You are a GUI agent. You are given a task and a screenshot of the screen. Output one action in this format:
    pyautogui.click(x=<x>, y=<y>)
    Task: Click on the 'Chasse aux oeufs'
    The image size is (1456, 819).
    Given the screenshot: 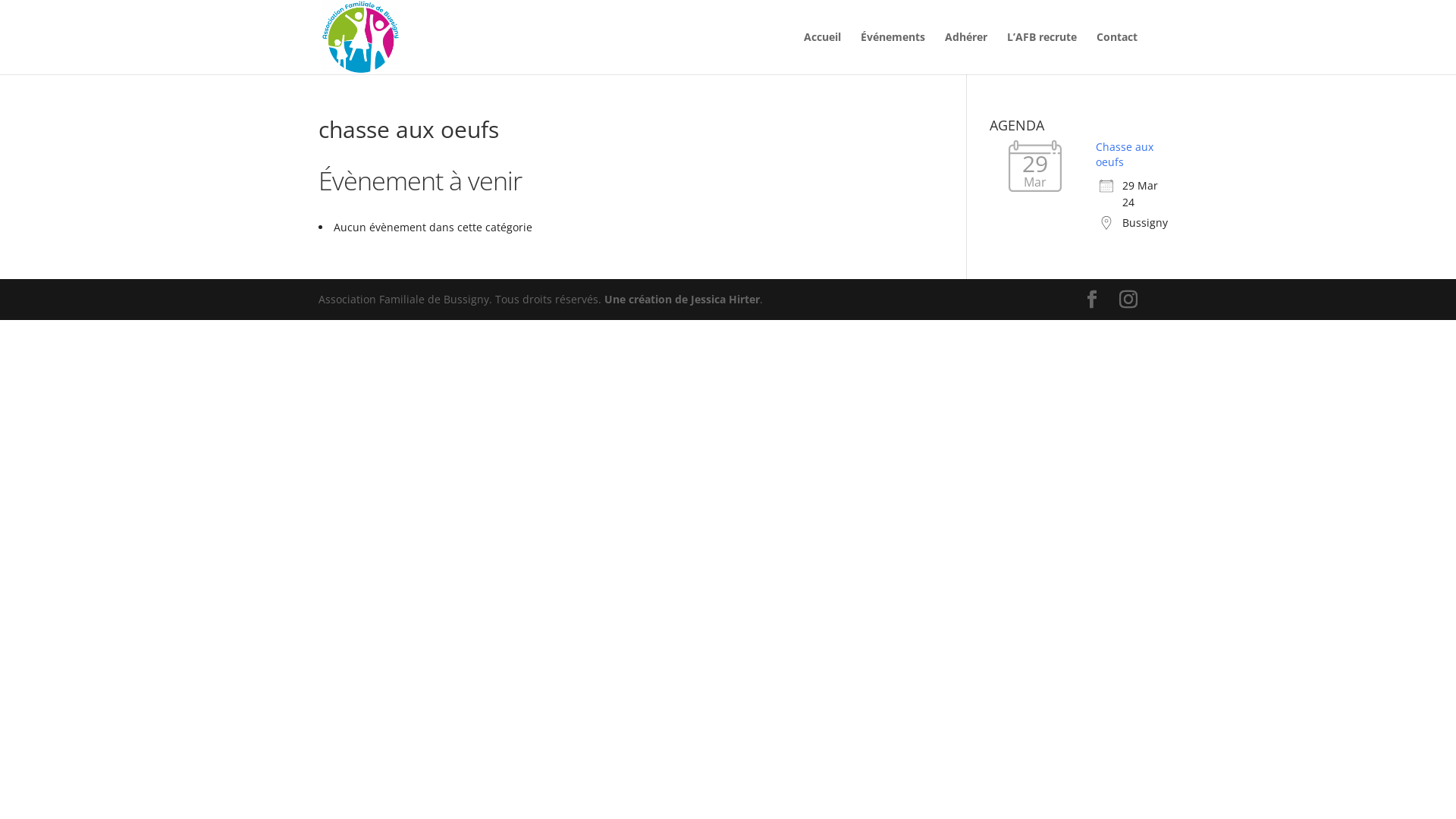 What is the action you would take?
    pyautogui.click(x=1125, y=154)
    